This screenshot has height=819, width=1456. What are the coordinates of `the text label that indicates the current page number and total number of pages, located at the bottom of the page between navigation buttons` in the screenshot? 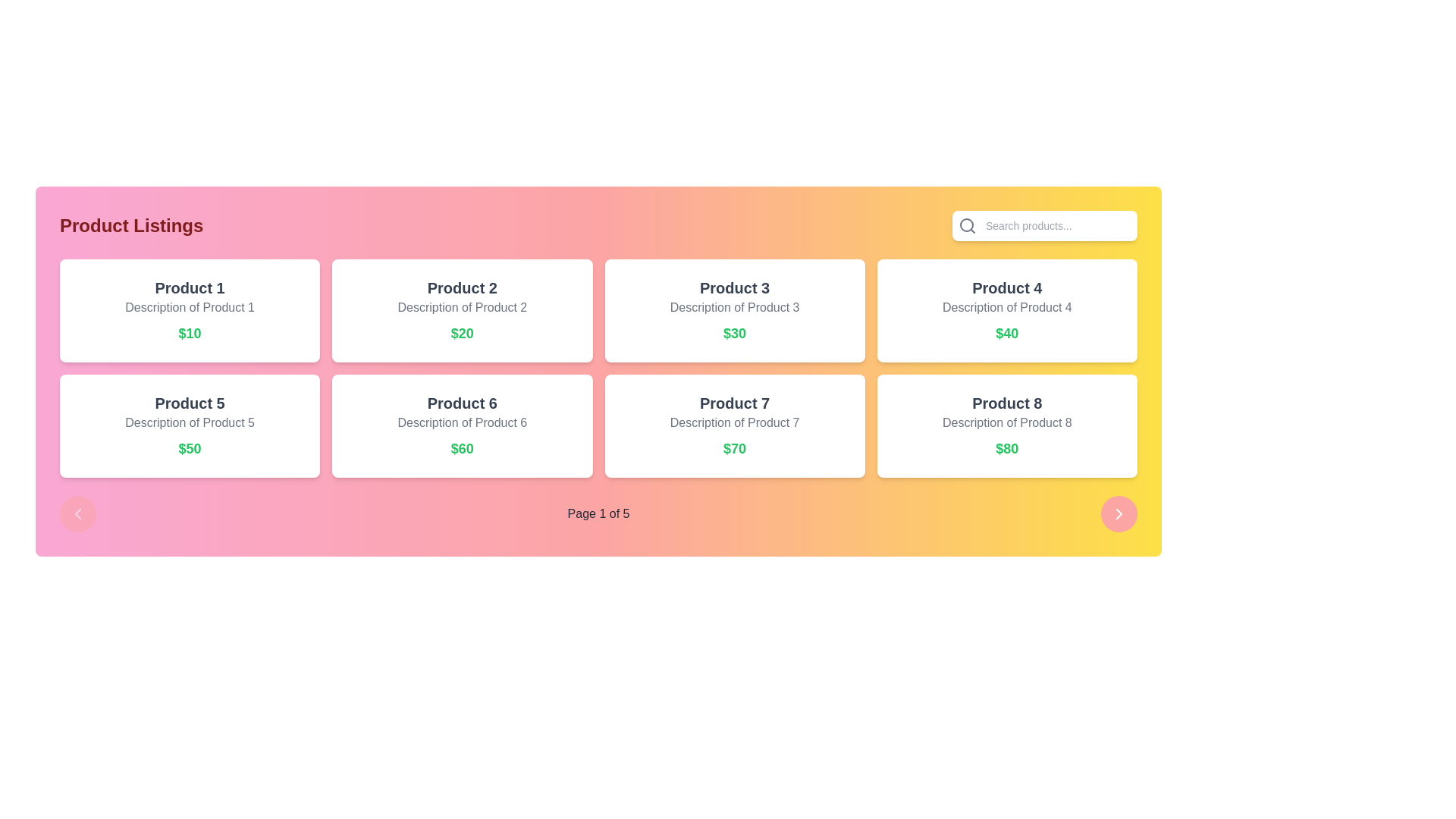 It's located at (598, 513).